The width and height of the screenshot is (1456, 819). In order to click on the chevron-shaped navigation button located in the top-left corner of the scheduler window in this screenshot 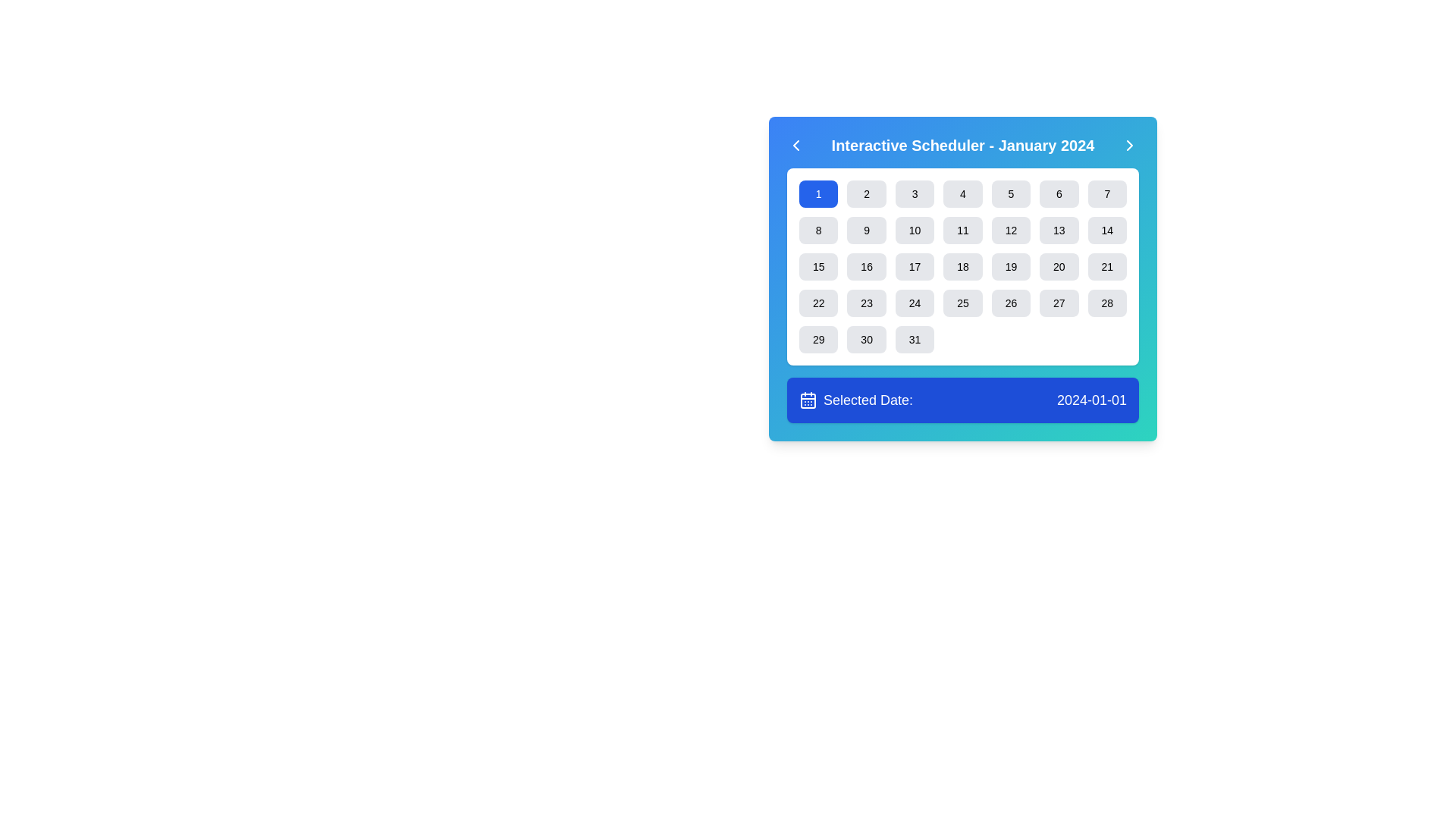, I will do `click(795, 146)`.